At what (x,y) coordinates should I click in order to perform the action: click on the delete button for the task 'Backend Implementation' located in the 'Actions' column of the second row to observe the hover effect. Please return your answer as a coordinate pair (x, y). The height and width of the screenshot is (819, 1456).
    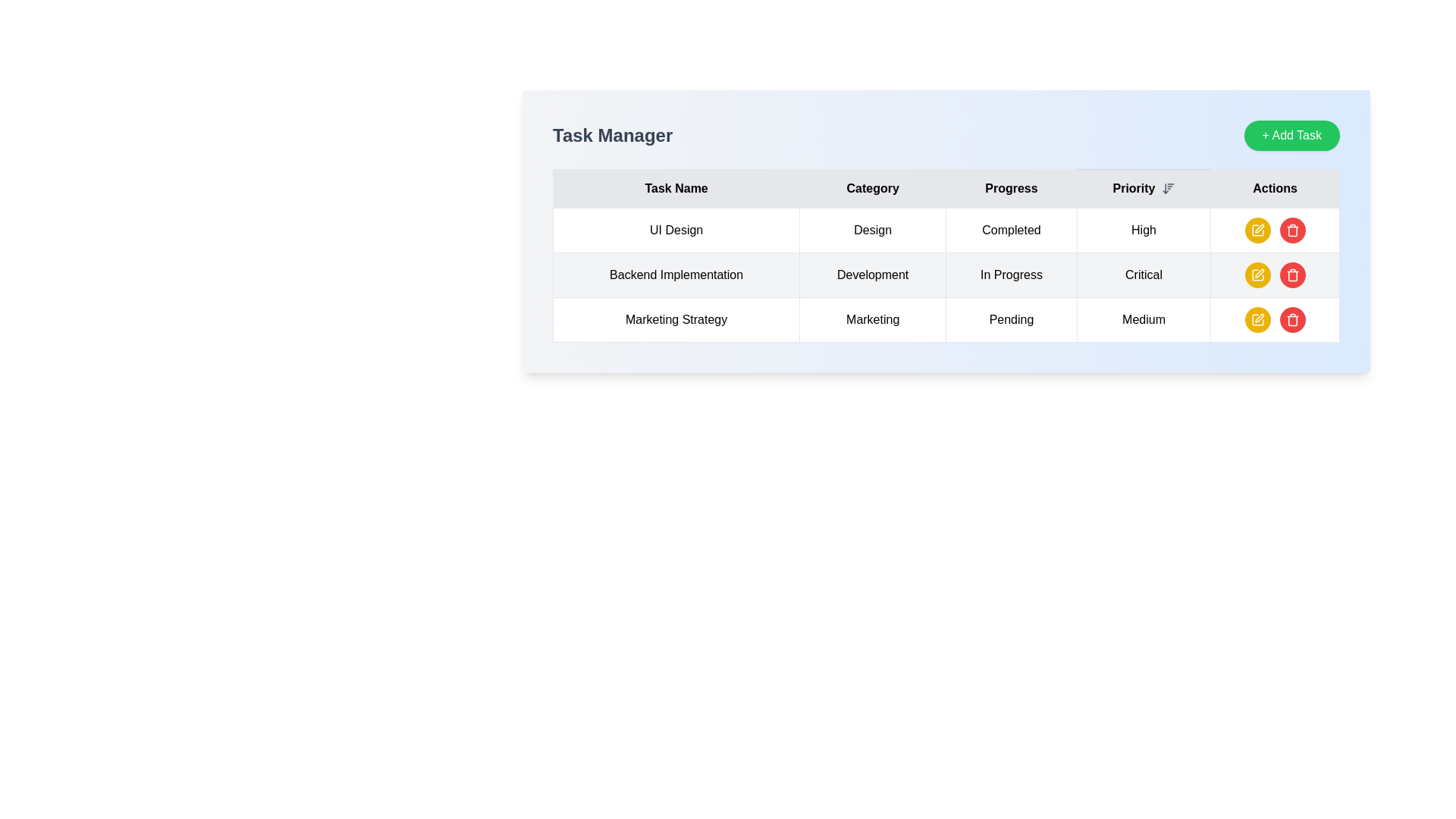
    Looking at the image, I should click on (1291, 275).